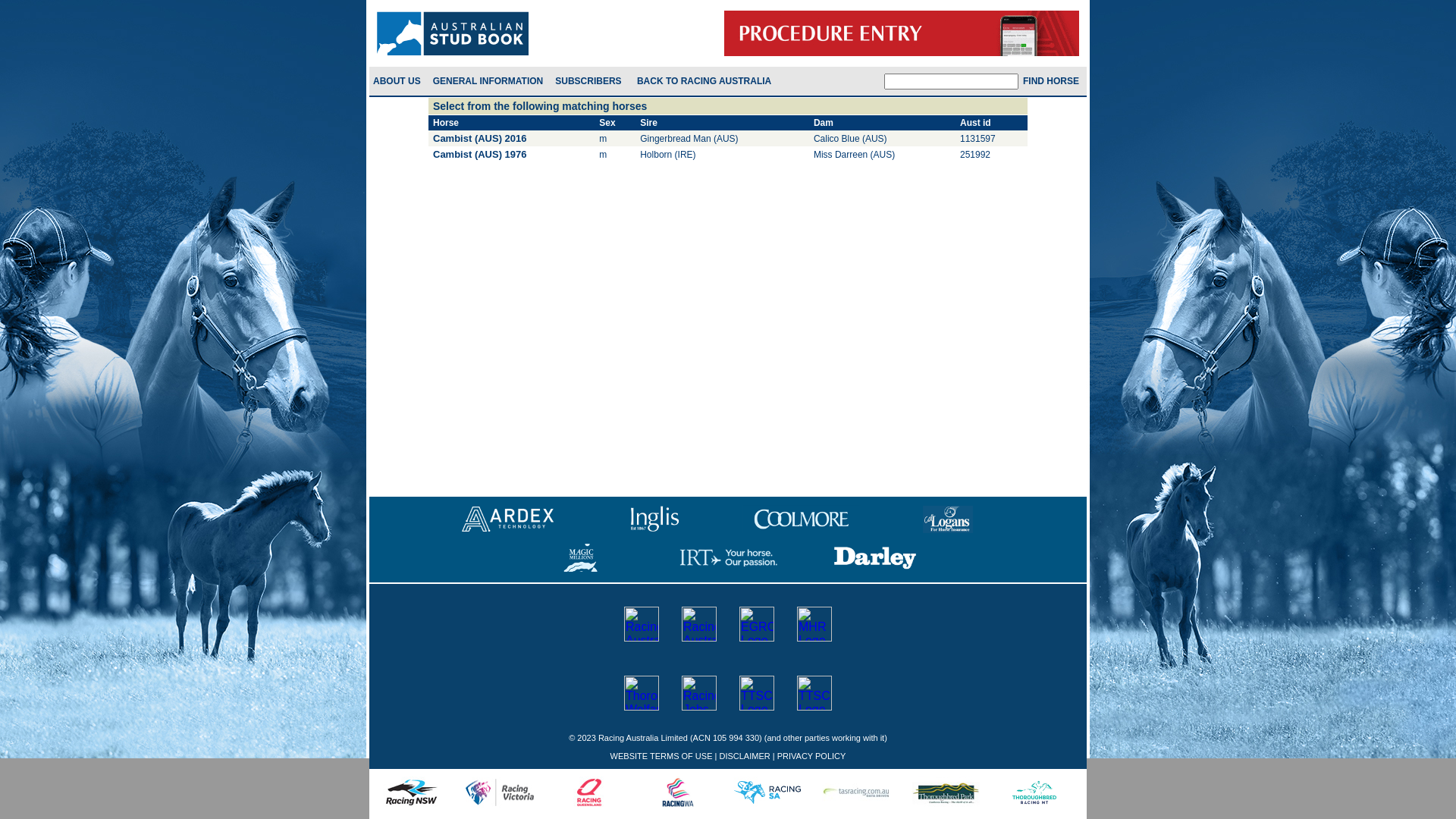  Describe the element at coordinates (767, 792) in the screenshot. I see `'RacingSA'` at that location.